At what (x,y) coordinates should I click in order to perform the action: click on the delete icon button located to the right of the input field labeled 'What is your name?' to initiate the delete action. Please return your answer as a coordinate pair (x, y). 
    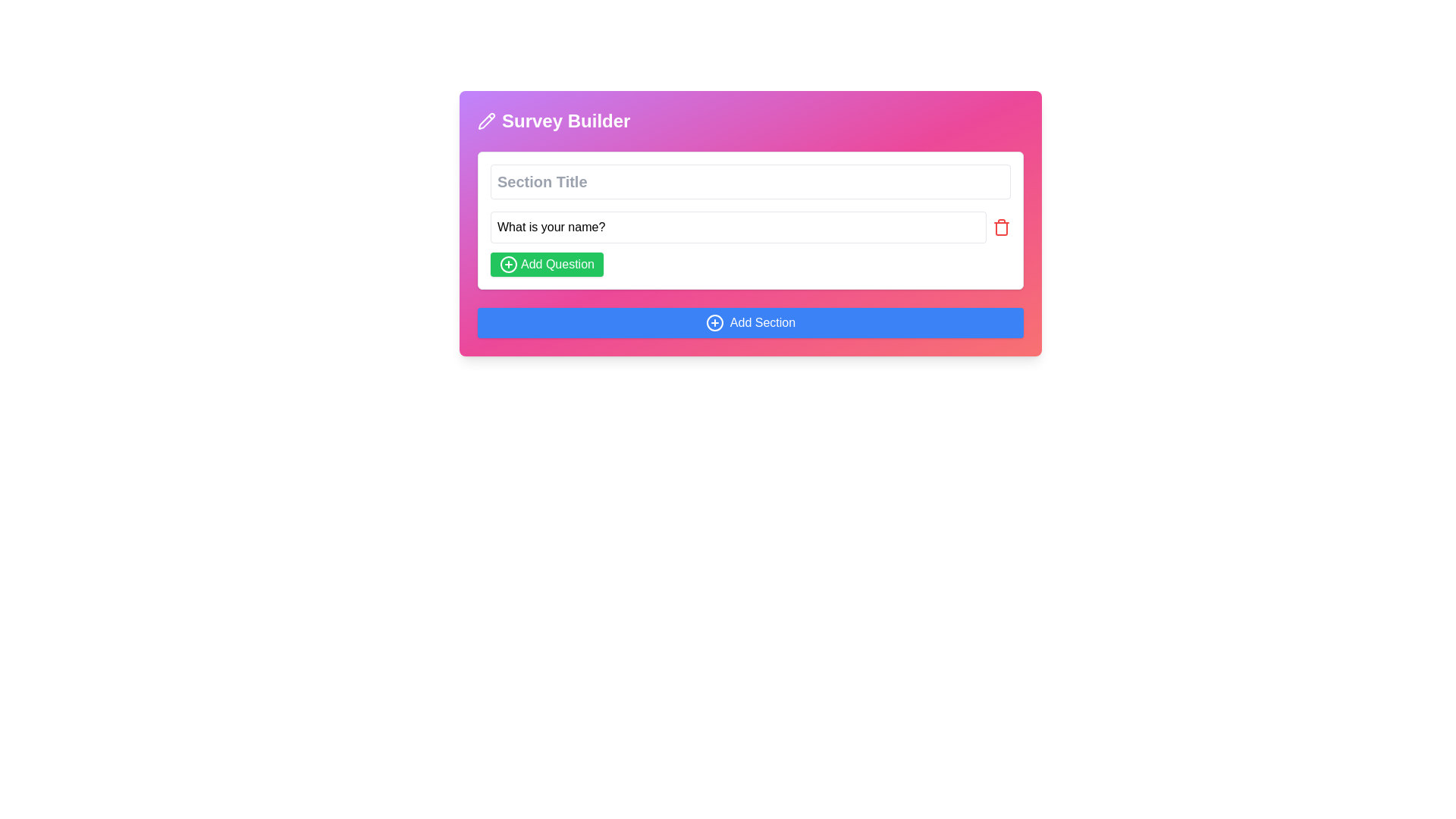
    Looking at the image, I should click on (1001, 227).